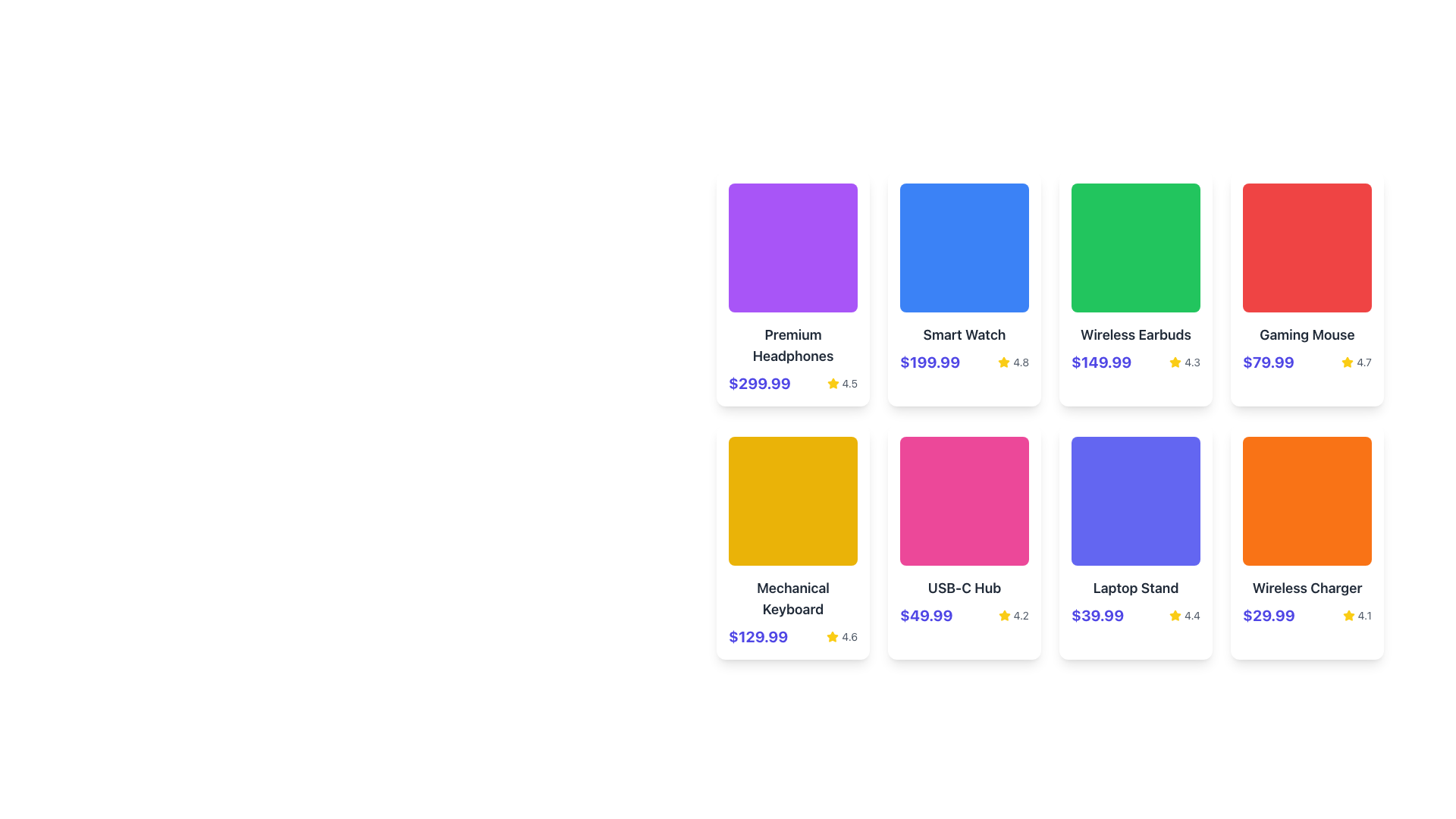 Image resolution: width=1456 pixels, height=819 pixels. What do you see at coordinates (1268, 362) in the screenshot?
I see `price information displayed in the text label showing '$79.99' in a bold blue font, located in the fourth card of the top row, below the title 'Gaming Mouse'` at bounding box center [1268, 362].